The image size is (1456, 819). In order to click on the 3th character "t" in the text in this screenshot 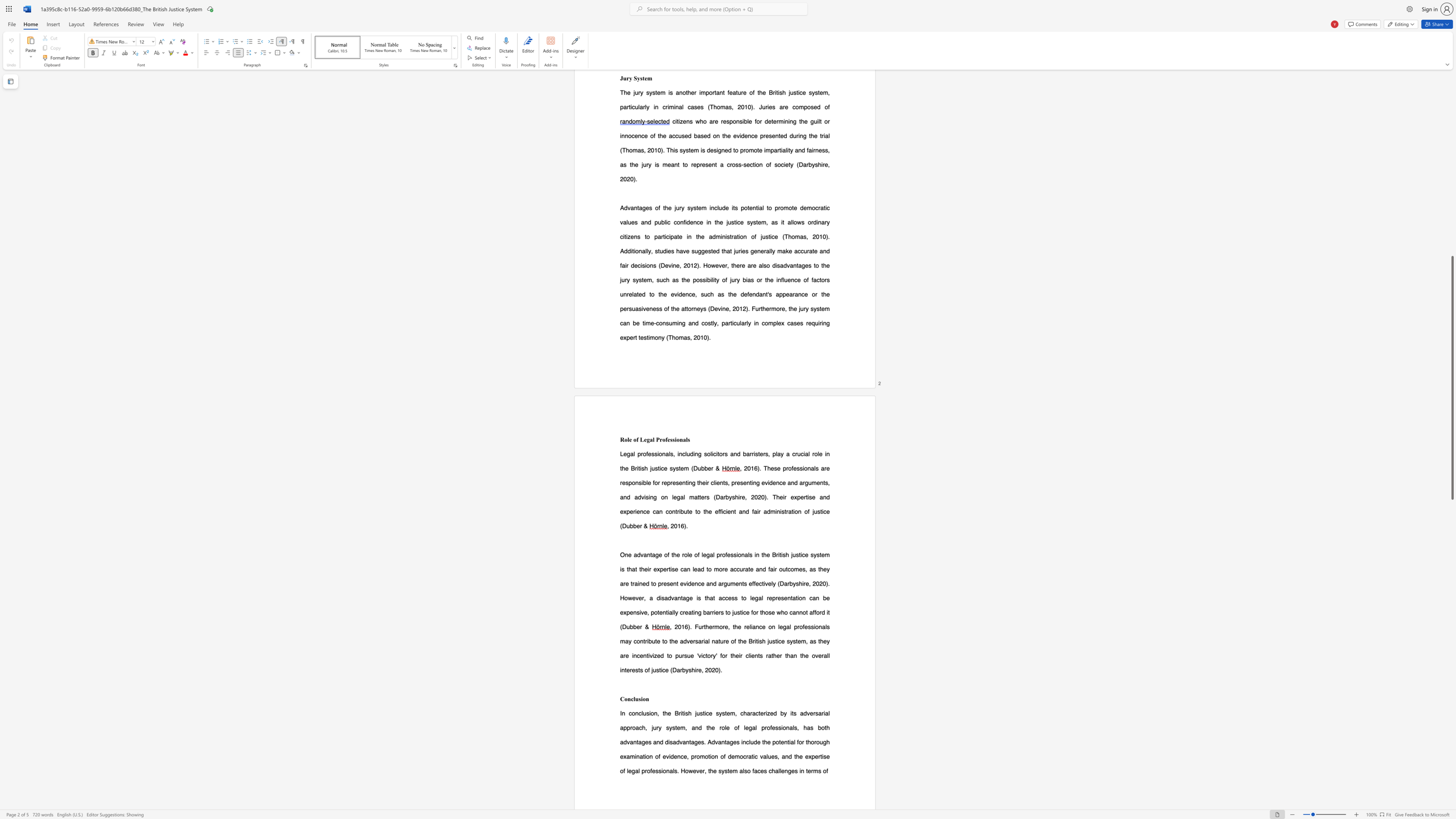, I will do `click(696, 511)`.